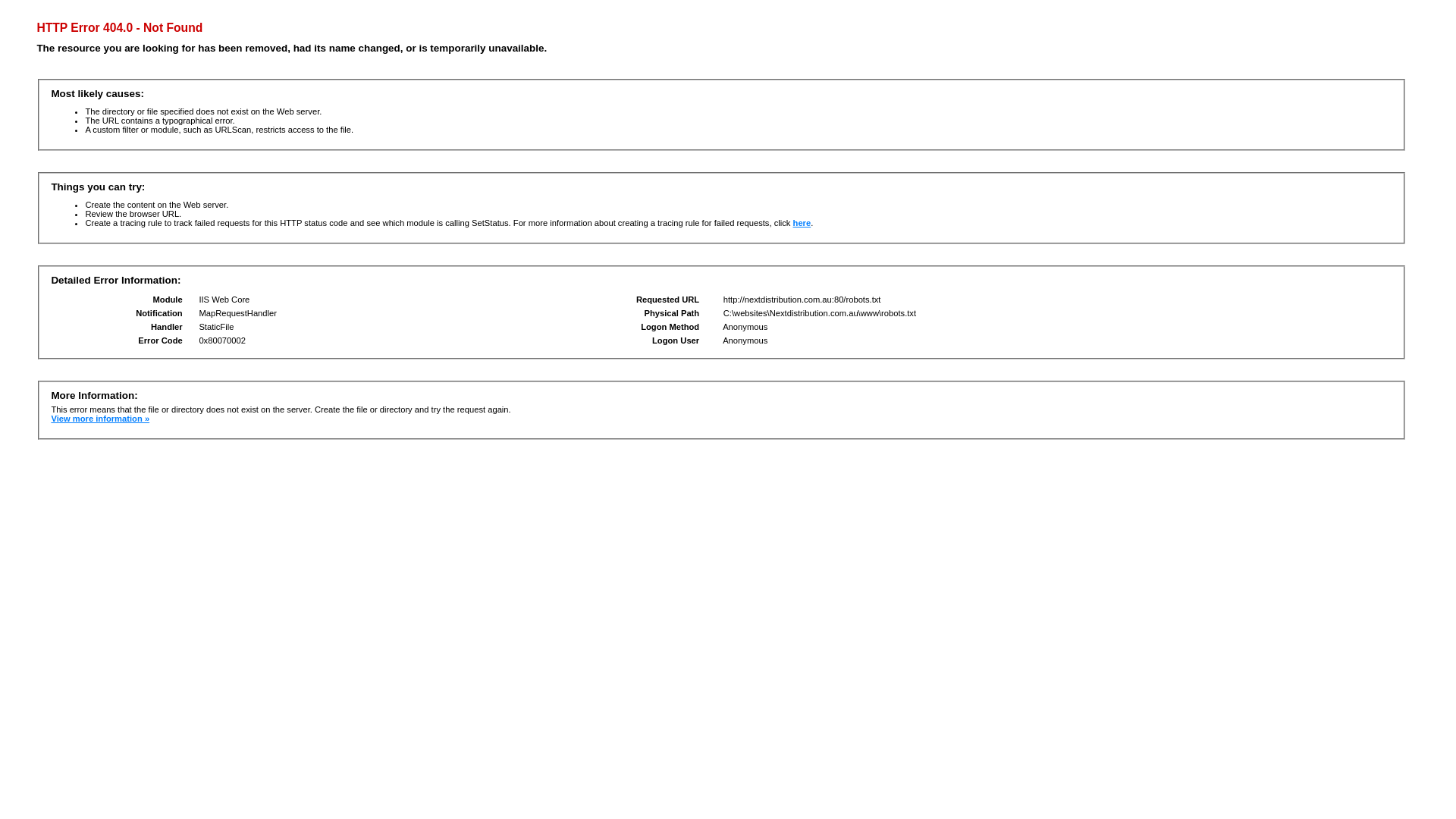  Describe the element at coordinates (801, 222) in the screenshot. I see `'here'` at that location.